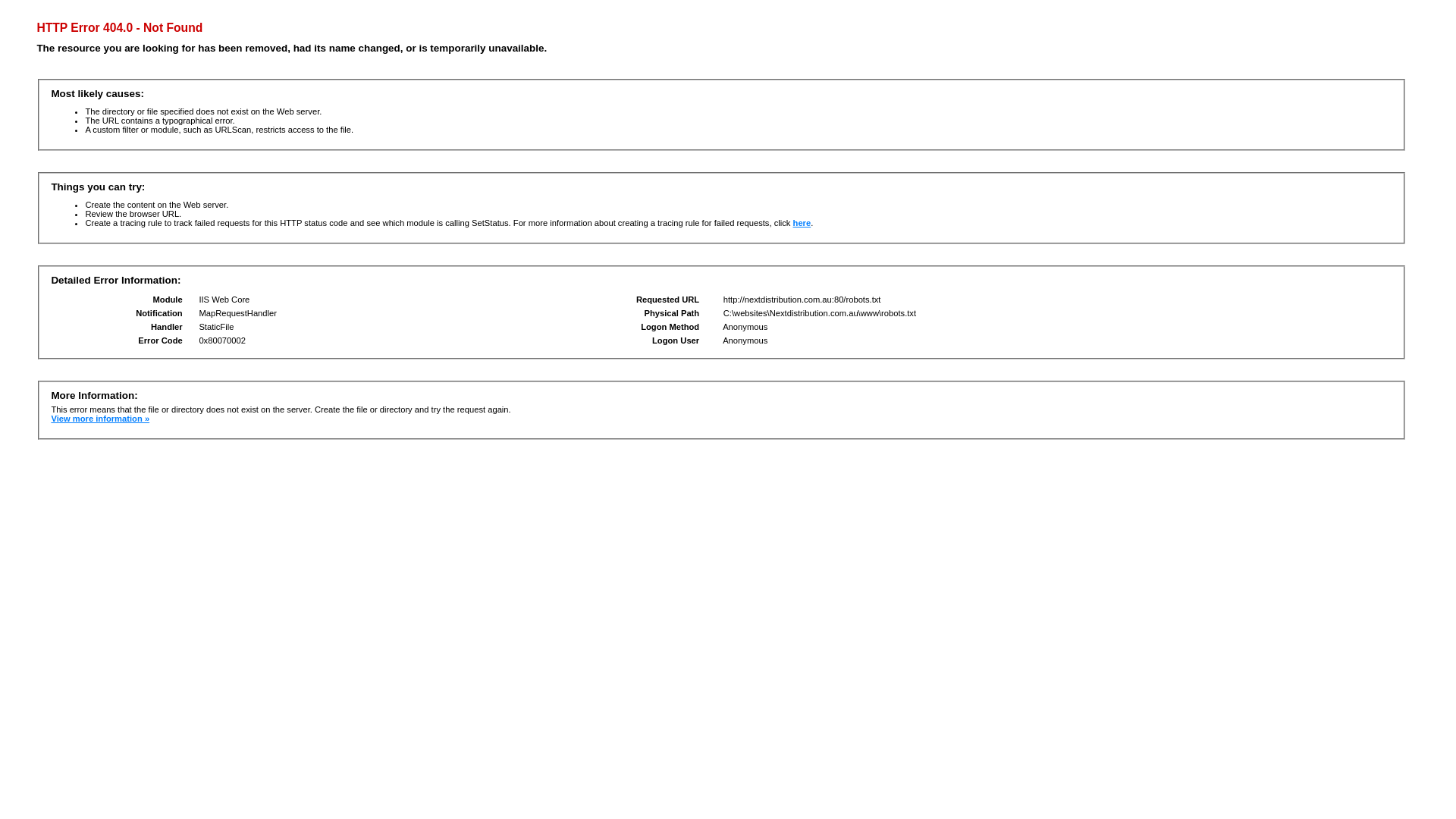  Describe the element at coordinates (801, 222) in the screenshot. I see `'here'` at that location.